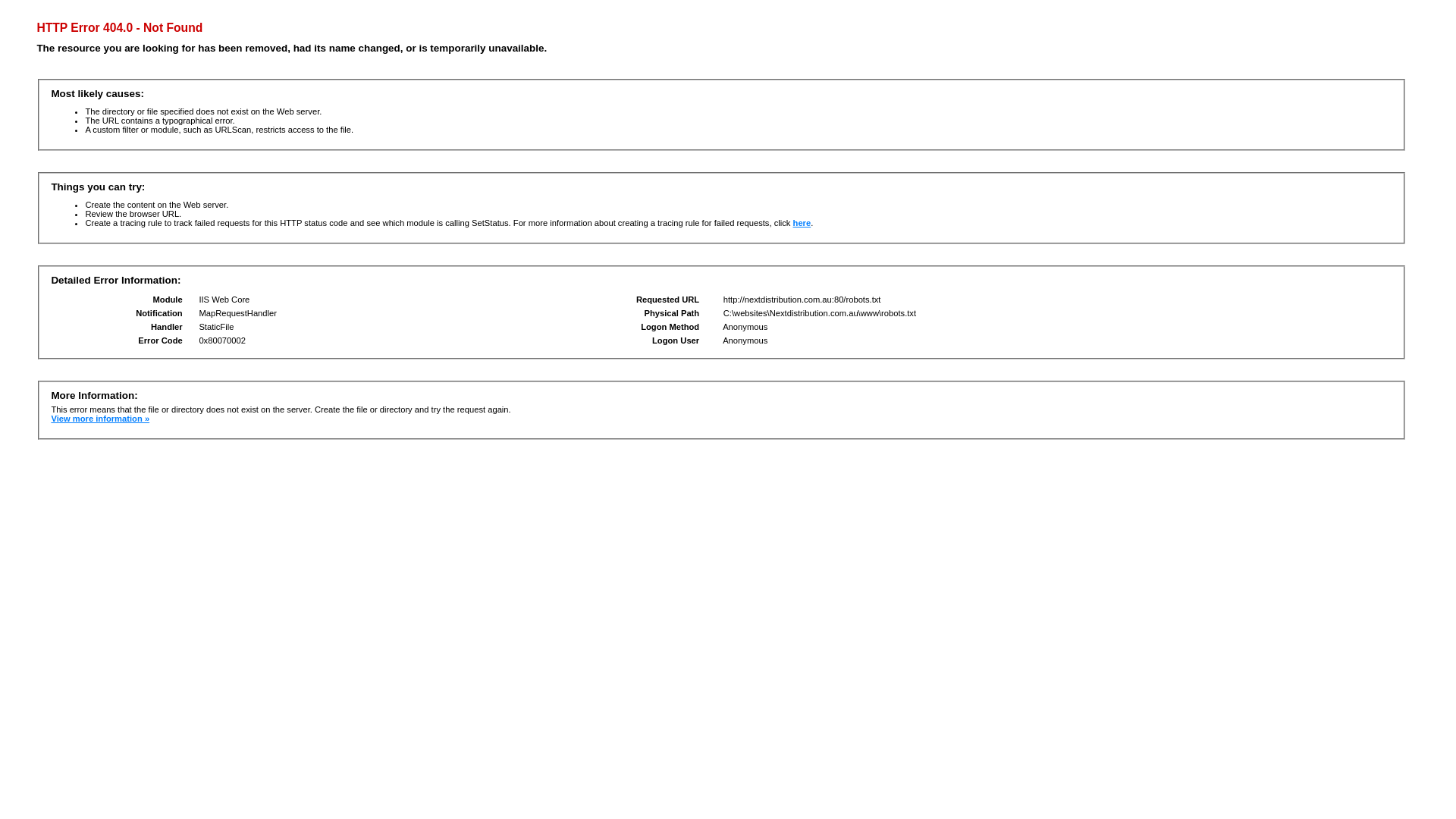  Describe the element at coordinates (801, 222) in the screenshot. I see `'here'` at that location.